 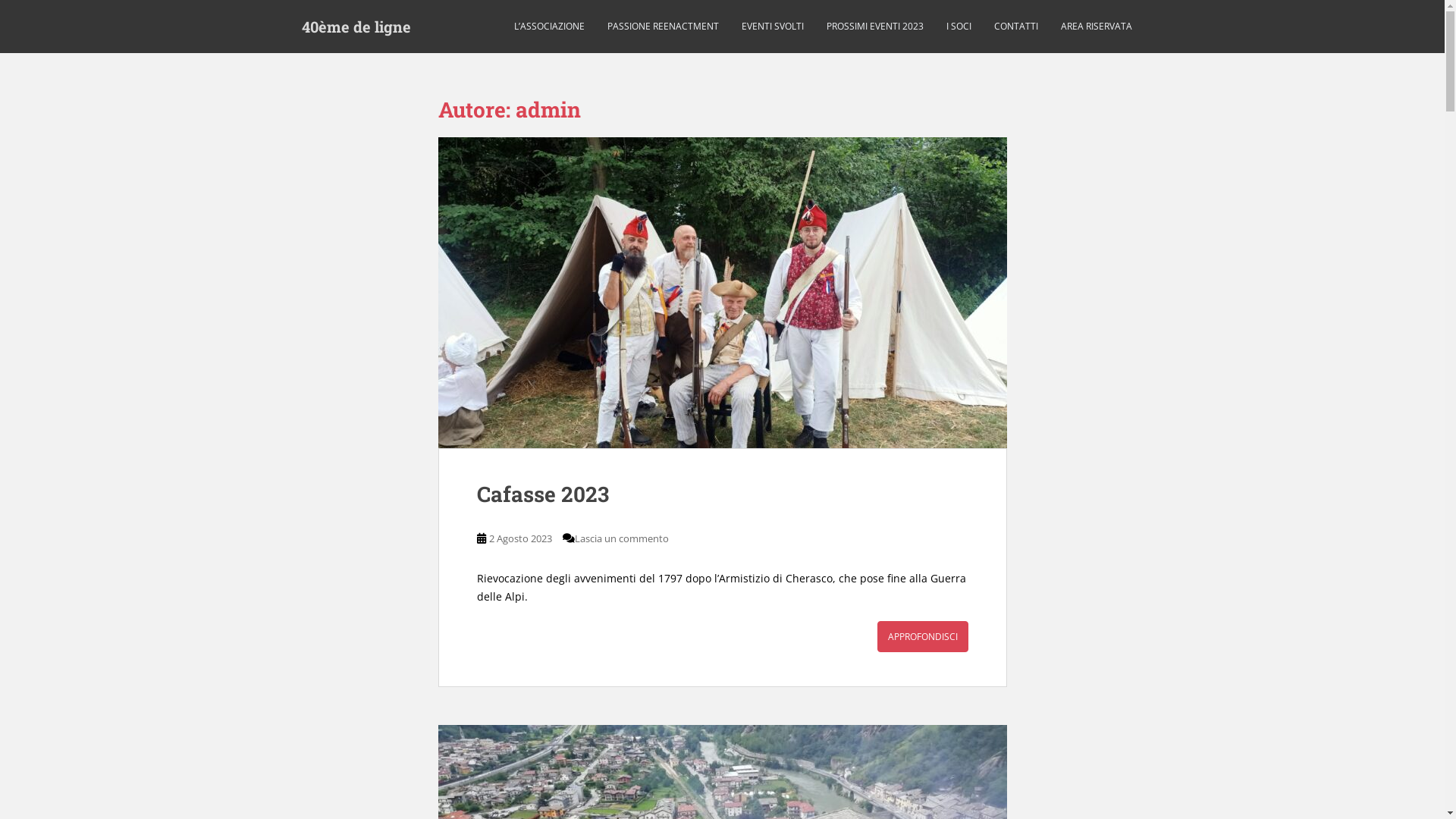 What do you see at coordinates (519, 537) in the screenshot?
I see `'2 Agosto 2023'` at bounding box center [519, 537].